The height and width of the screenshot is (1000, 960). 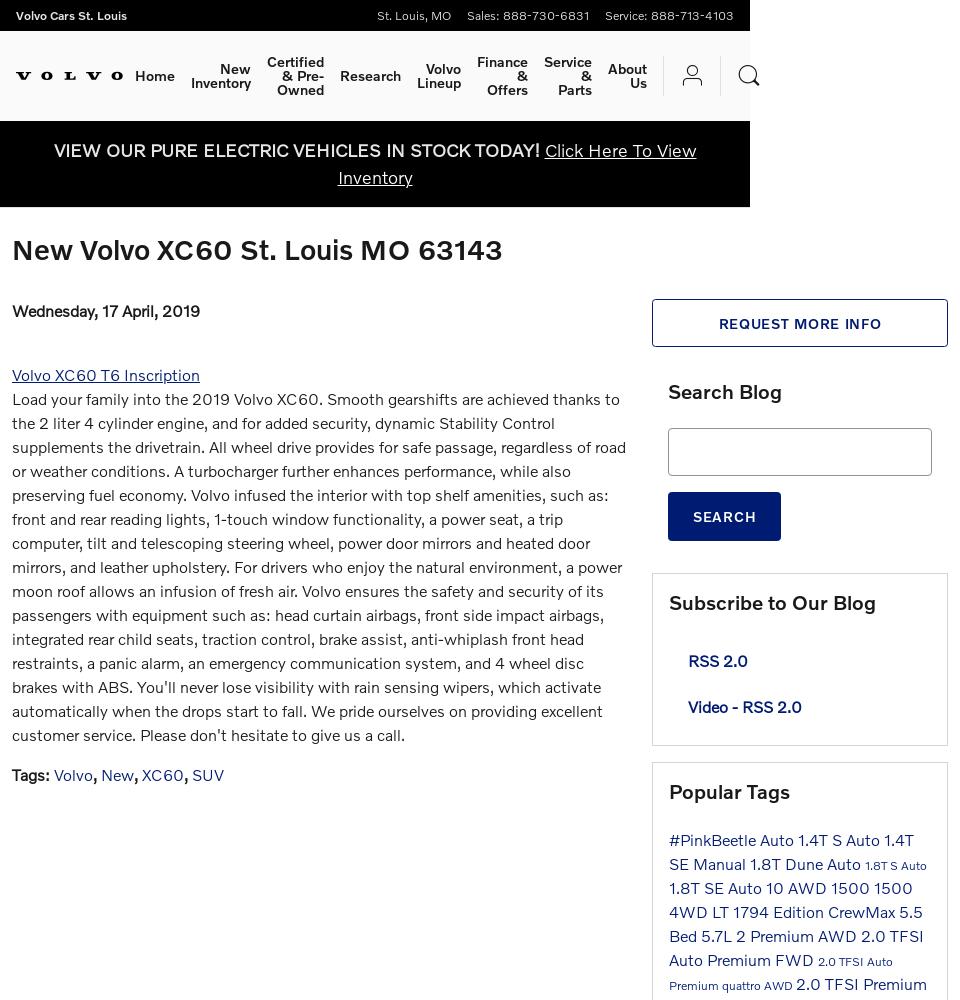 I want to click on '2.0 TFSI Auto Premium FWD', so click(x=796, y=945).